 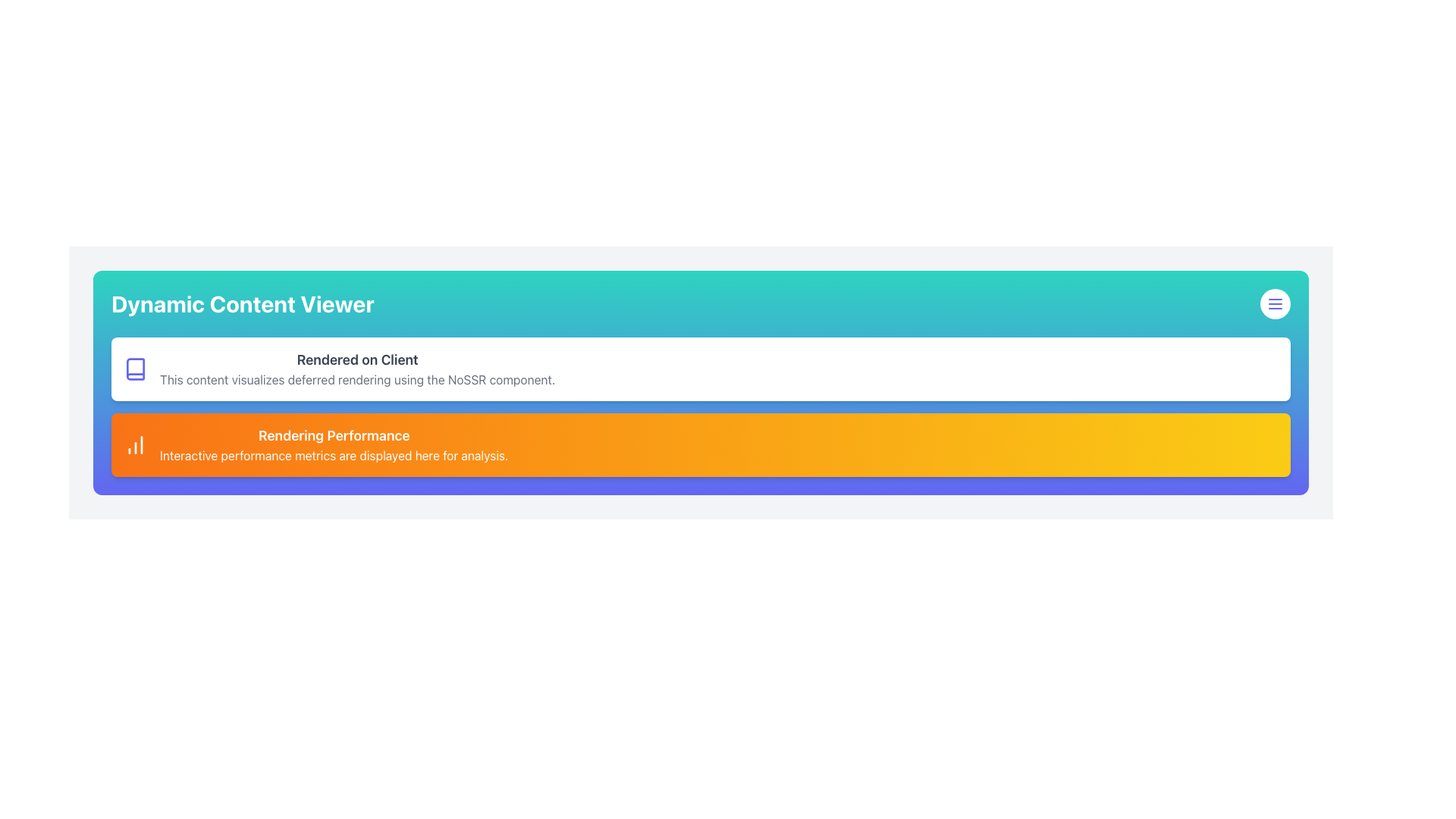 I want to click on the unique menu toggle button located in the top-right corner of the colored gradient interface header, so click(x=1274, y=304).